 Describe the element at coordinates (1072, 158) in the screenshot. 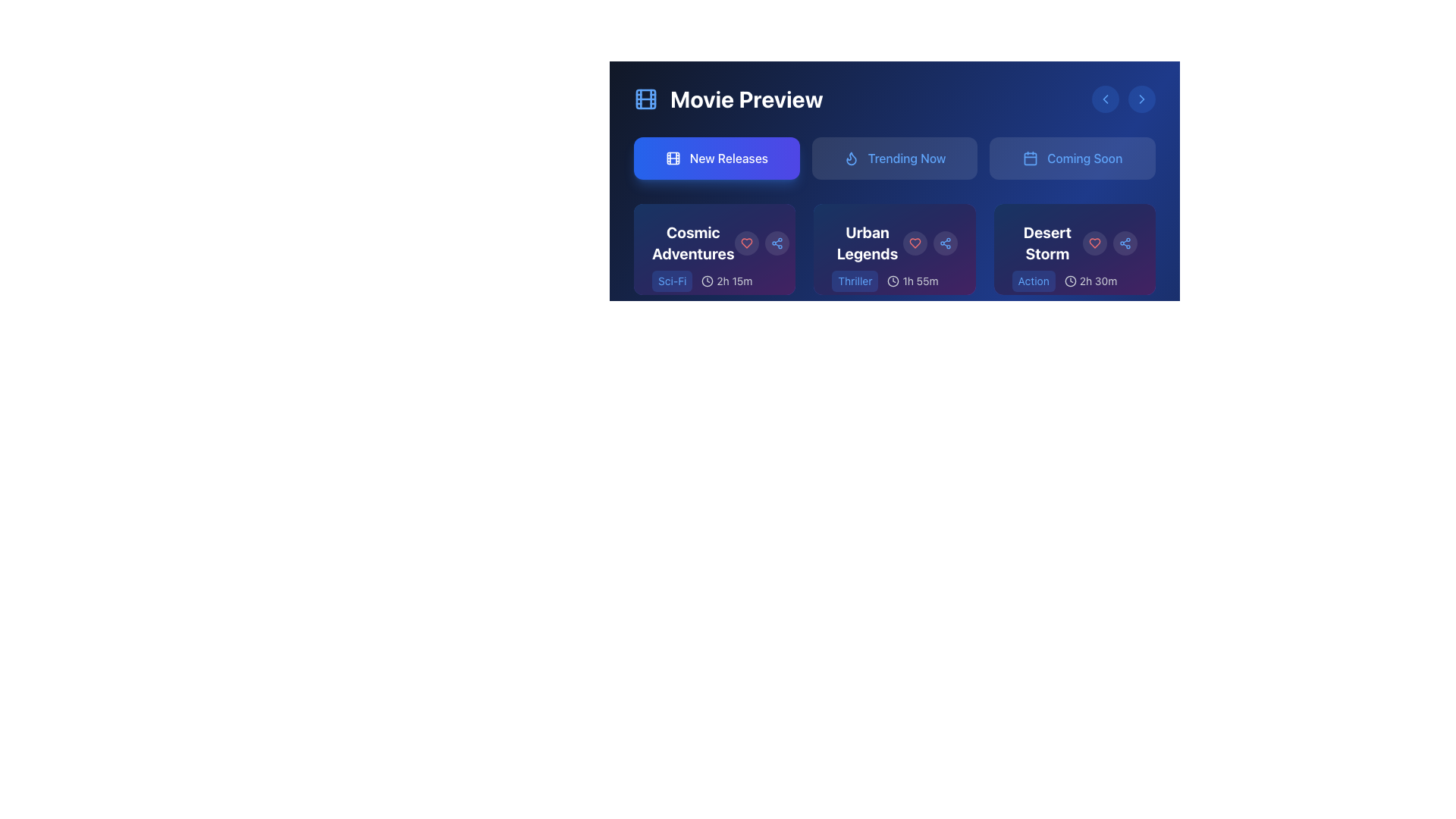

I see `the 'Coming Soon' button, which is the third button in a row of three buttons: 'New Releases', 'Trending Now', and 'Coming Soon', located on the right side of the interface` at that location.